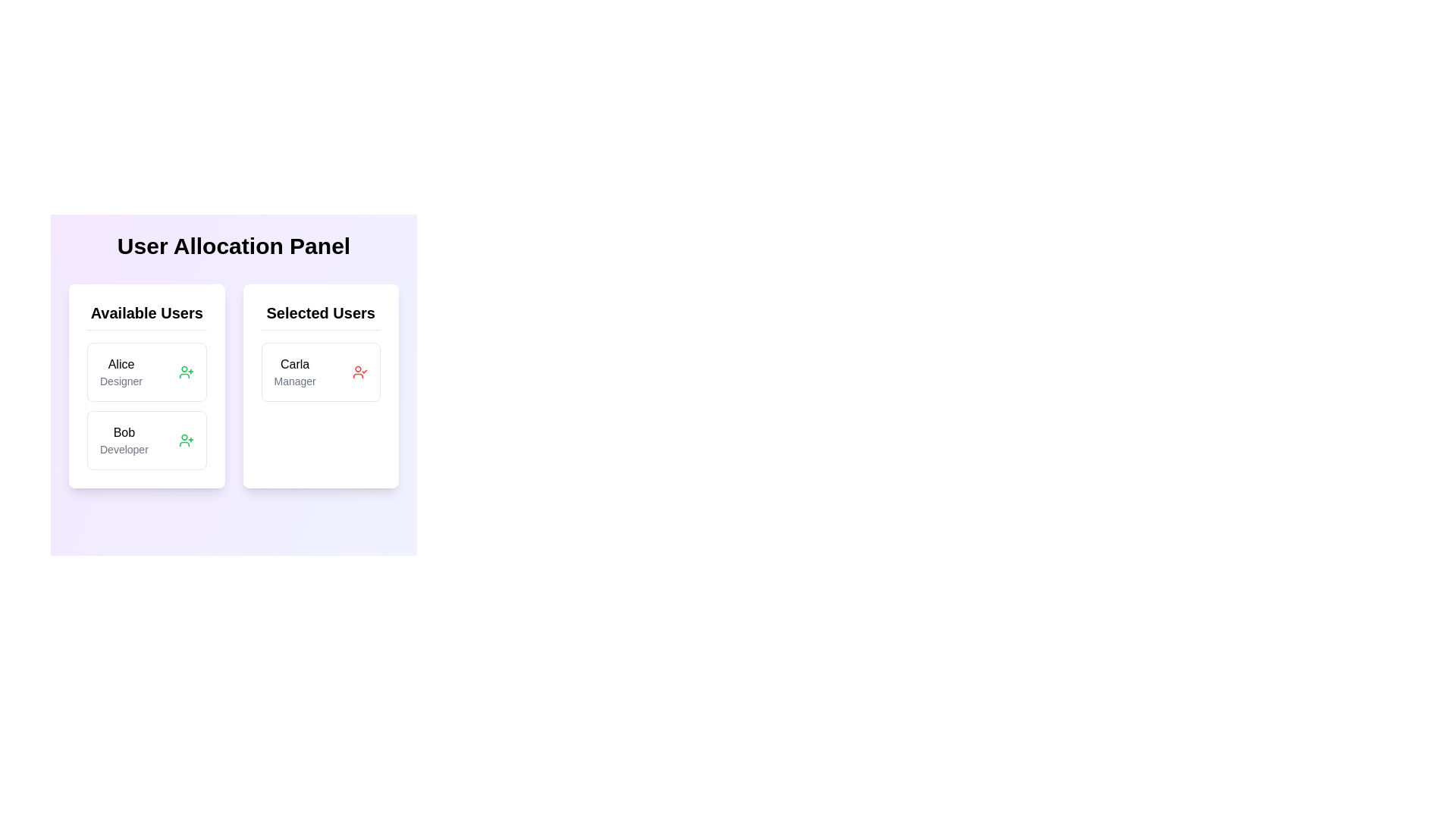  What do you see at coordinates (295, 365) in the screenshot?
I see `label text 'Carla' which is a bold textual label displayed in the first card under the 'Selected Users' section` at bounding box center [295, 365].